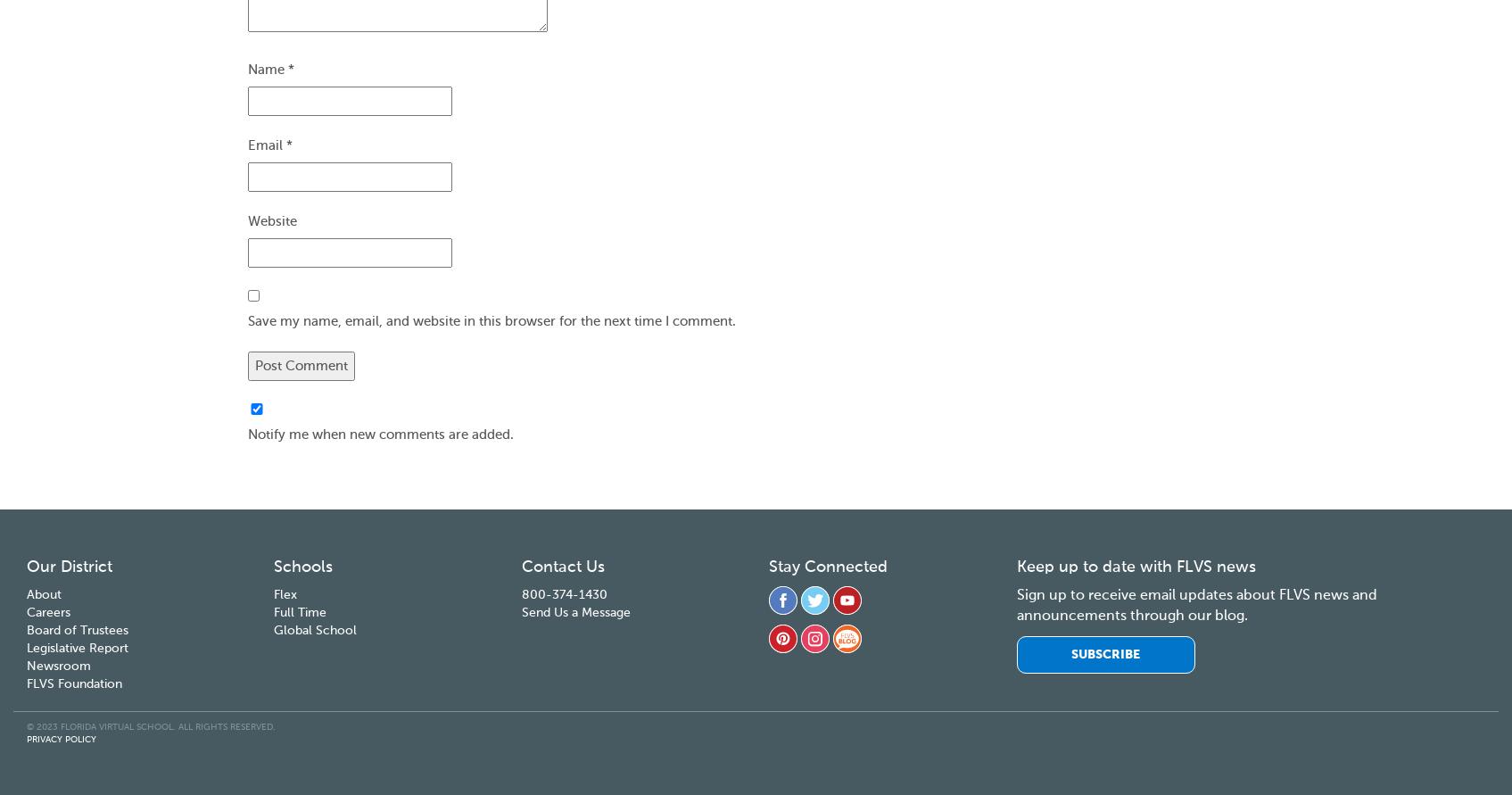 The height and width of the screenshot is (795, 1512). Describe the element at coordinates (574, 610) in the screenshot. I see `'Send Us a Message'` at that location.